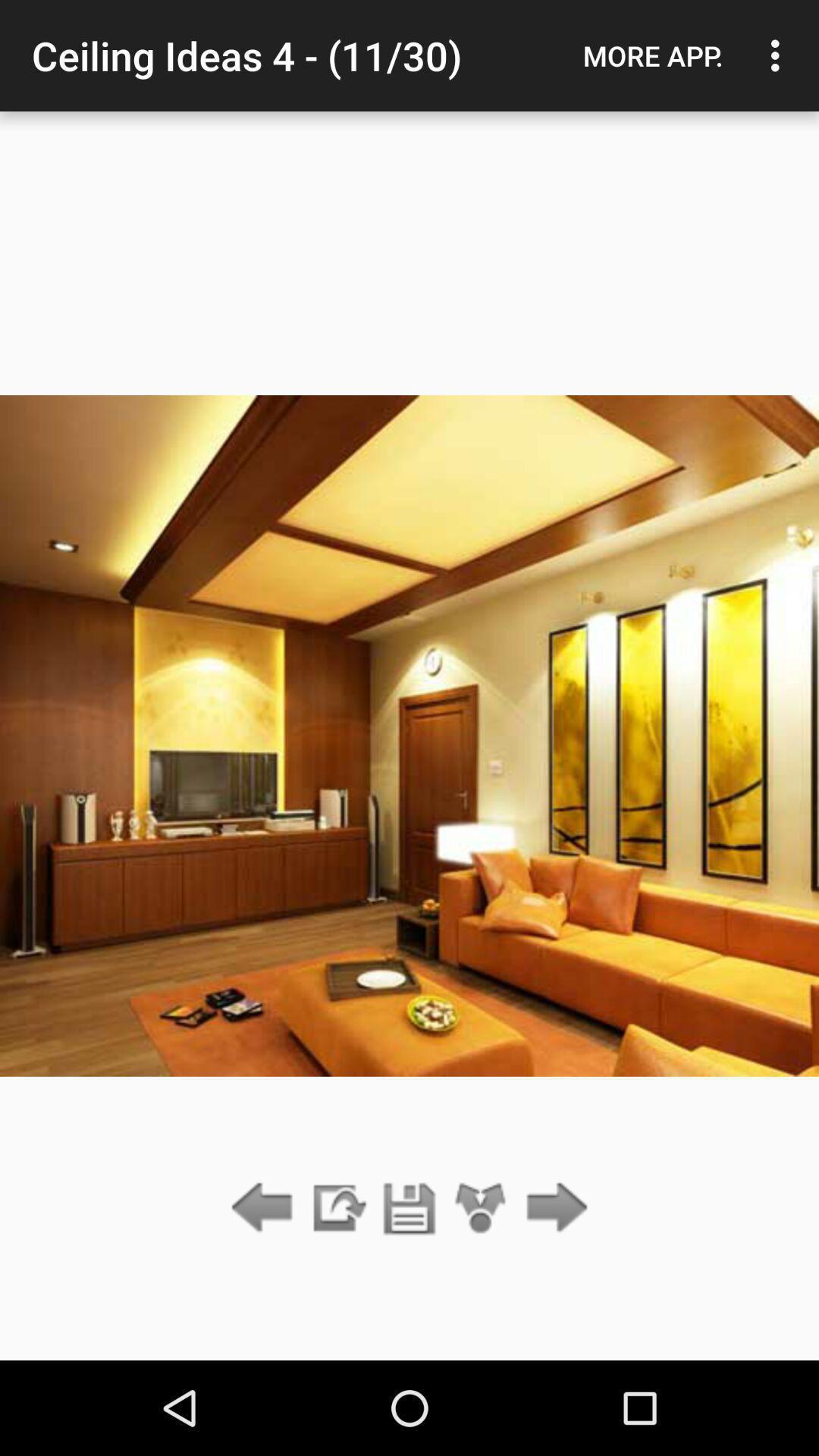 The width and height of the screenshot is (819, 1456). What do you see at coordinates (337, 1208) in the screenshot?
I see `the launch icon` at bounding box center [337, 1208].